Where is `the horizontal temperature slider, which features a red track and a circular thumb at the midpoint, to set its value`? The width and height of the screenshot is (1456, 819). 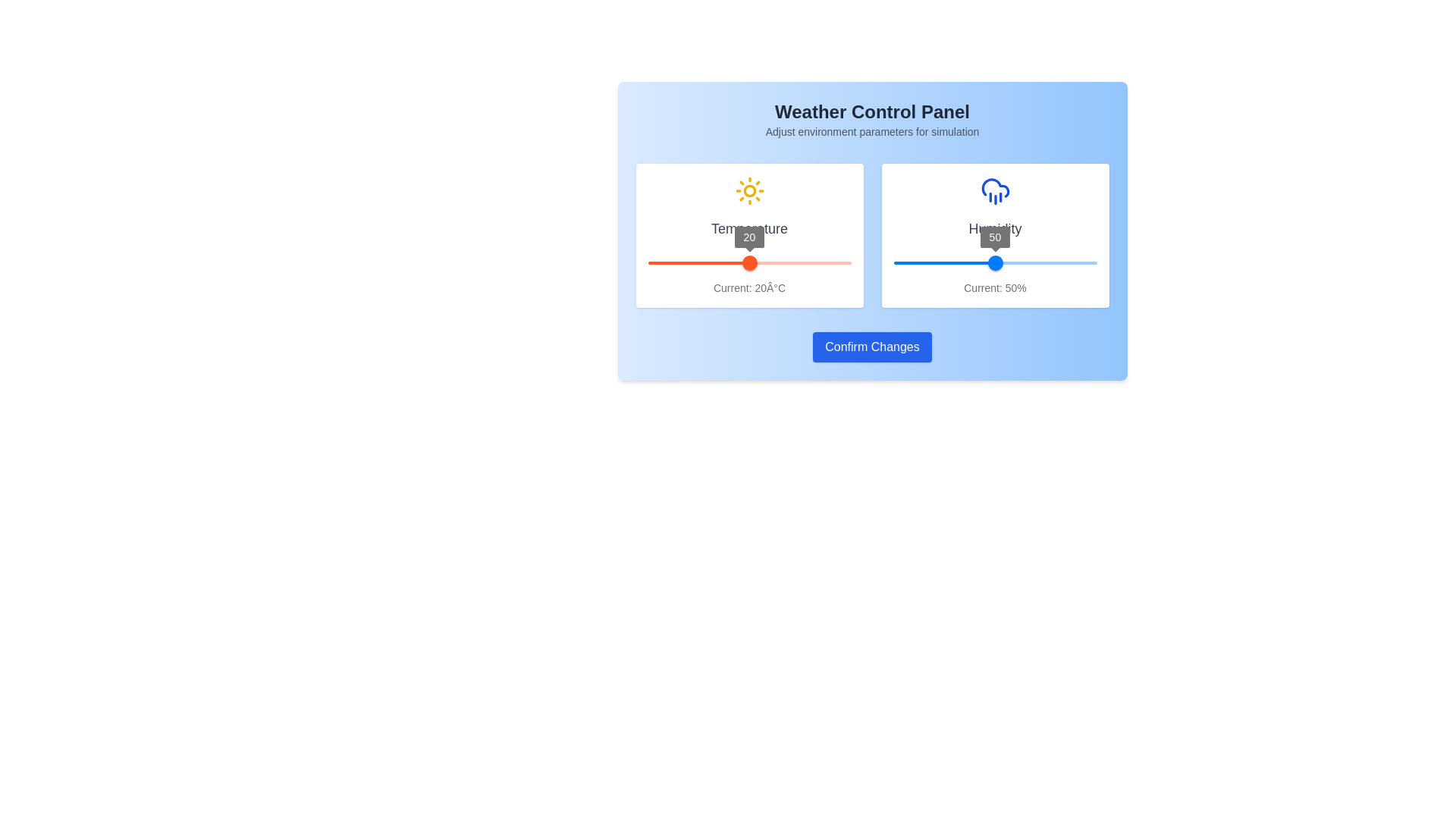 the horizontal temperature slider, which features a red track and a circular thumb at the midpoint, to set its value is located at coordinates (749, 262).